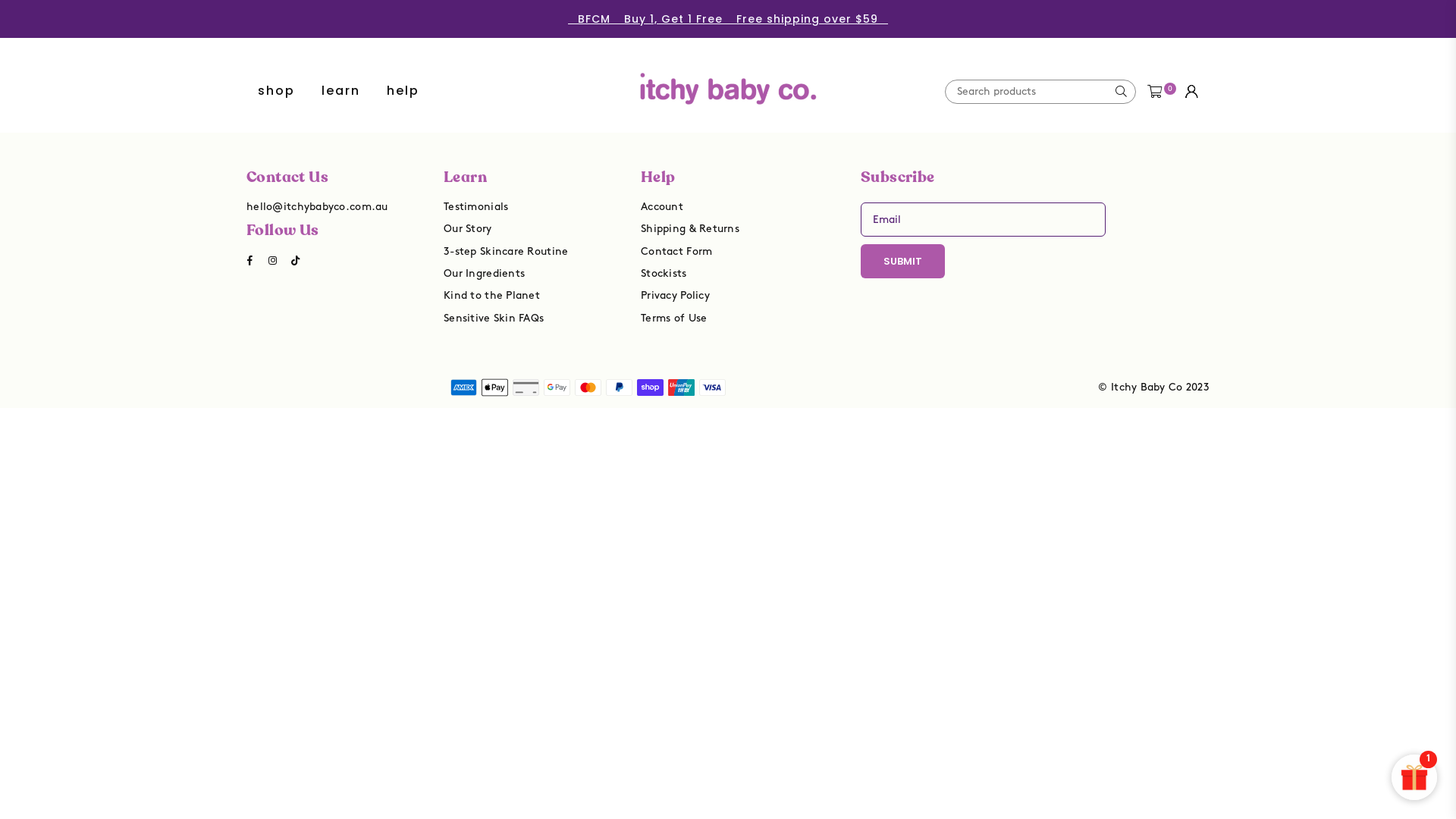 Image resolution: width=1456 pixels, height=819 pixels. What do you see at coordinates (494, 317) in the screenshot?
I see `'Sensitive Skin FAQs'` at bounding box center [494, 317].